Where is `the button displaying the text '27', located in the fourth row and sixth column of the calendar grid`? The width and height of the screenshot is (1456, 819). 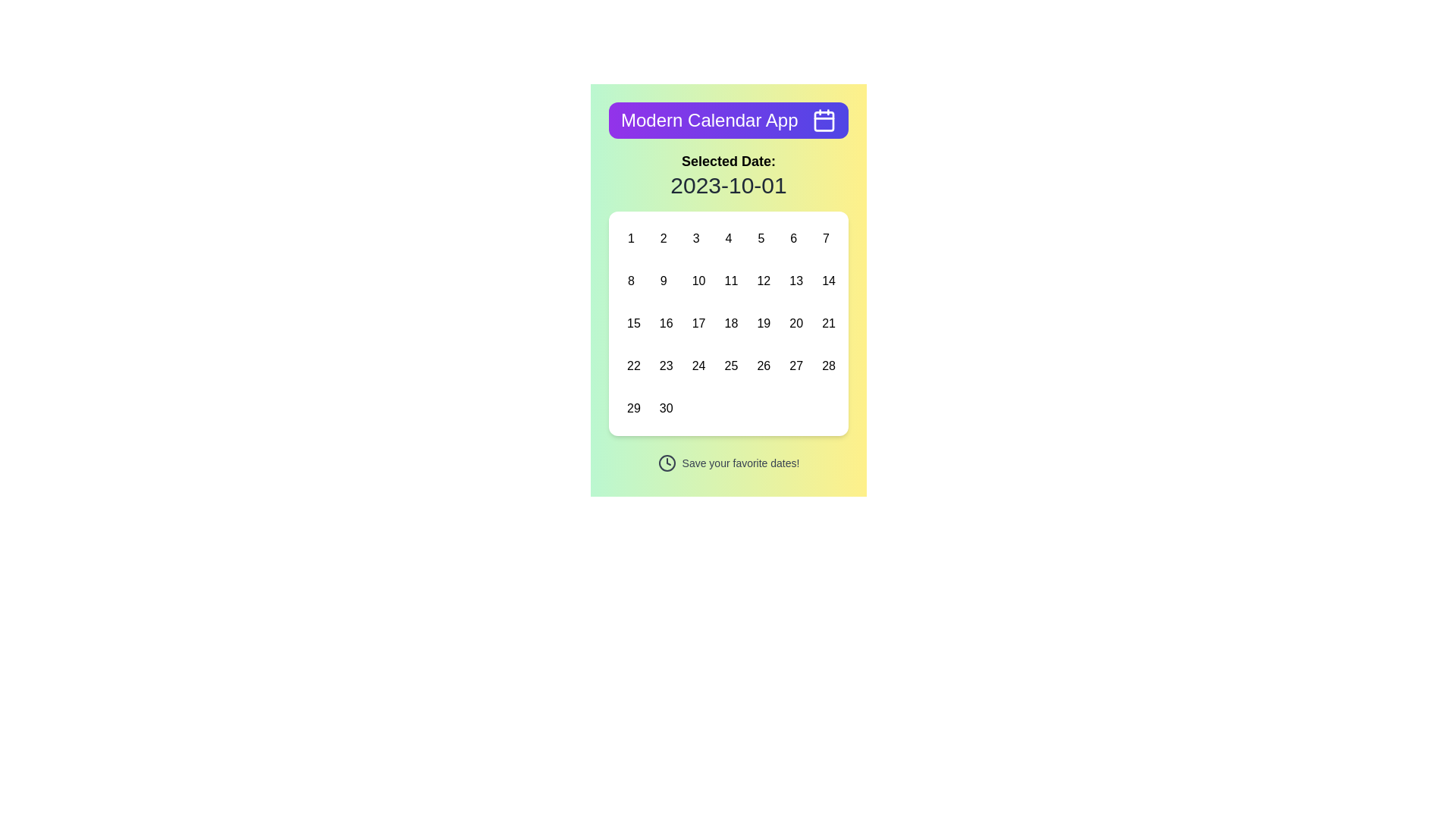
the button displaying the text '27', located in the fourth row and sixth column of the calendar grid is located at coordinates (792, 366).